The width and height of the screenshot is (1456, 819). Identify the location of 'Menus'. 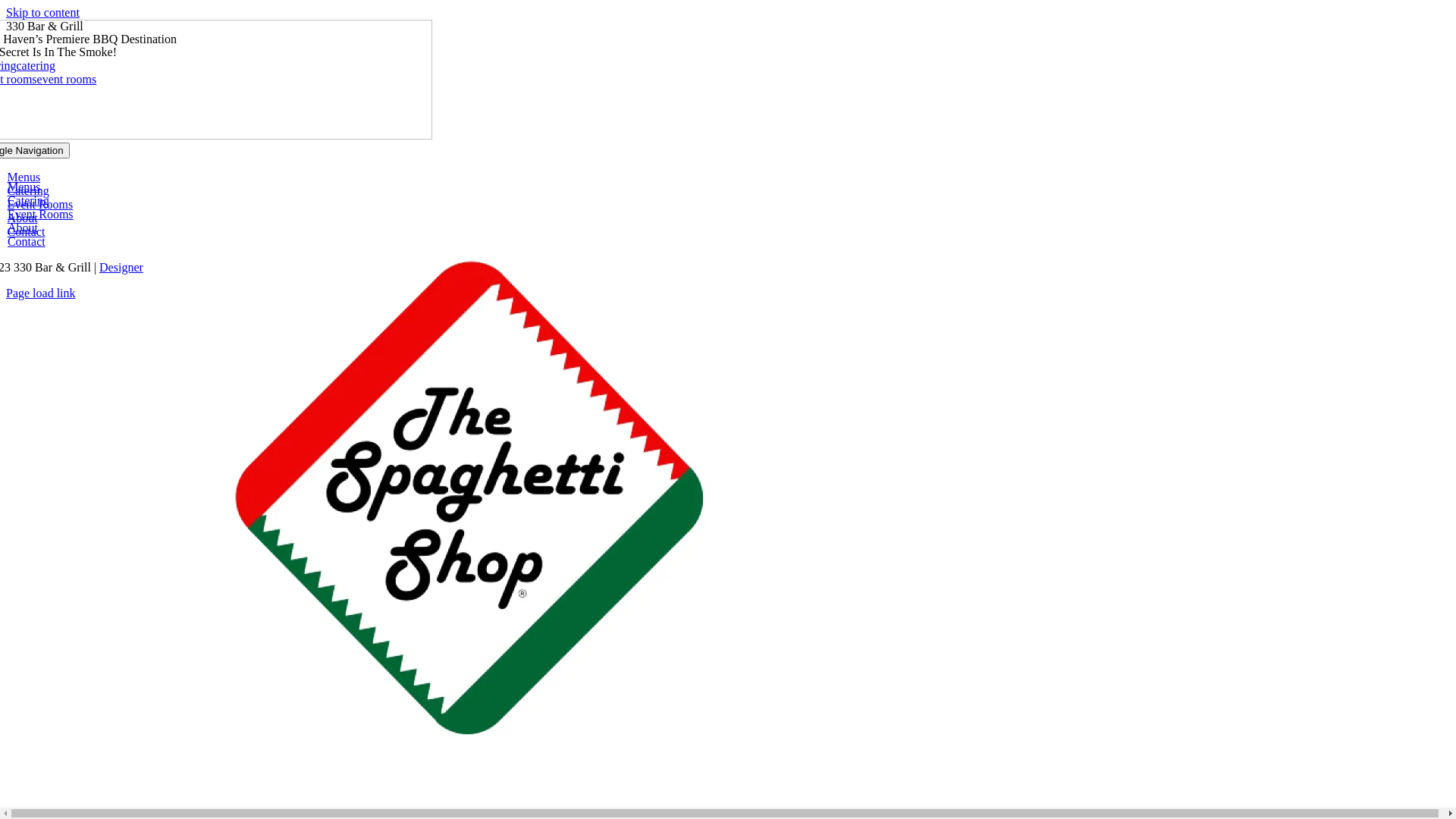
(24, 176).